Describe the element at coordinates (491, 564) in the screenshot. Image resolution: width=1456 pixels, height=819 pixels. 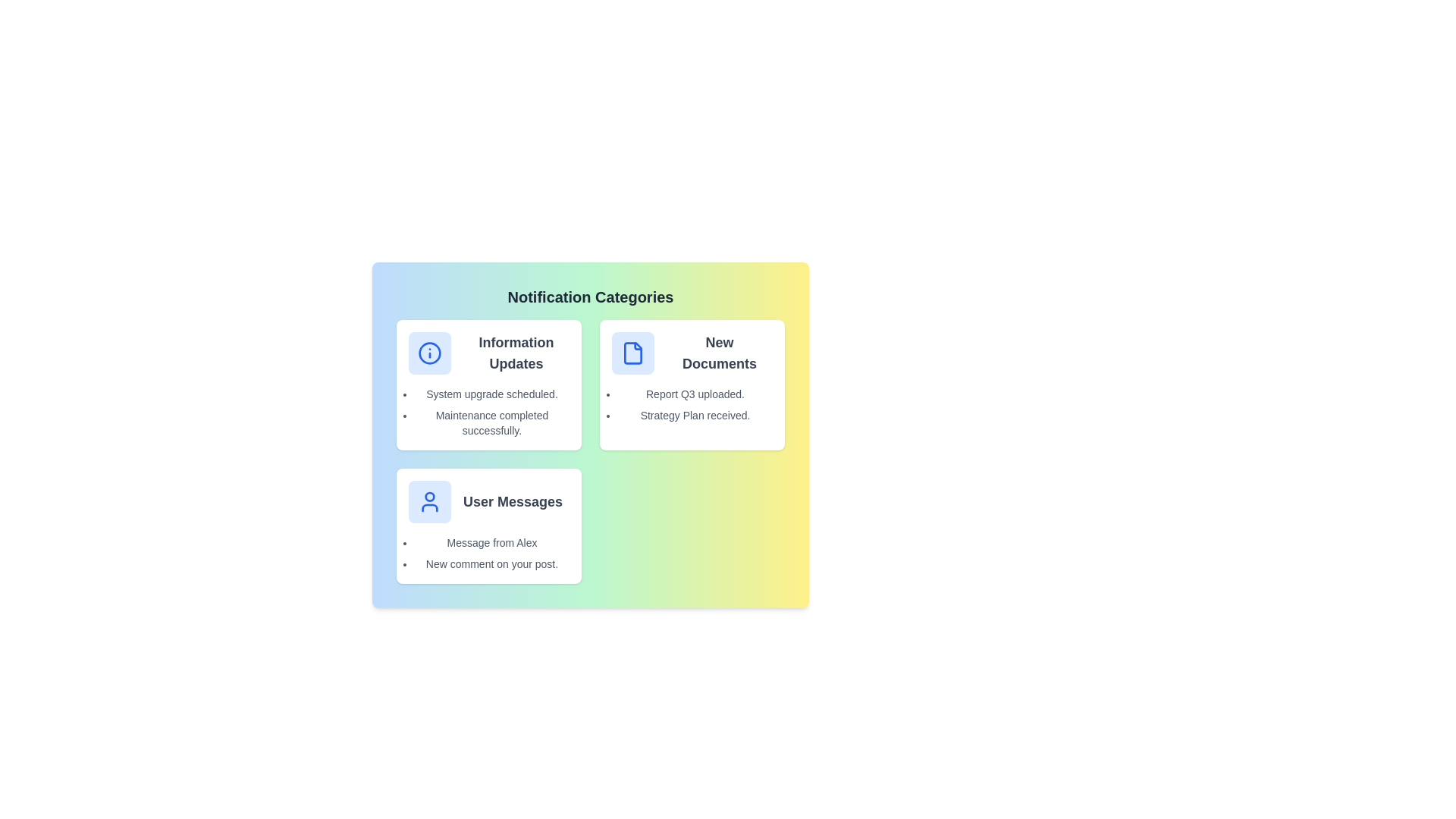
I see `the notification text 'New comment on your post.' to show the context menu` at that location.